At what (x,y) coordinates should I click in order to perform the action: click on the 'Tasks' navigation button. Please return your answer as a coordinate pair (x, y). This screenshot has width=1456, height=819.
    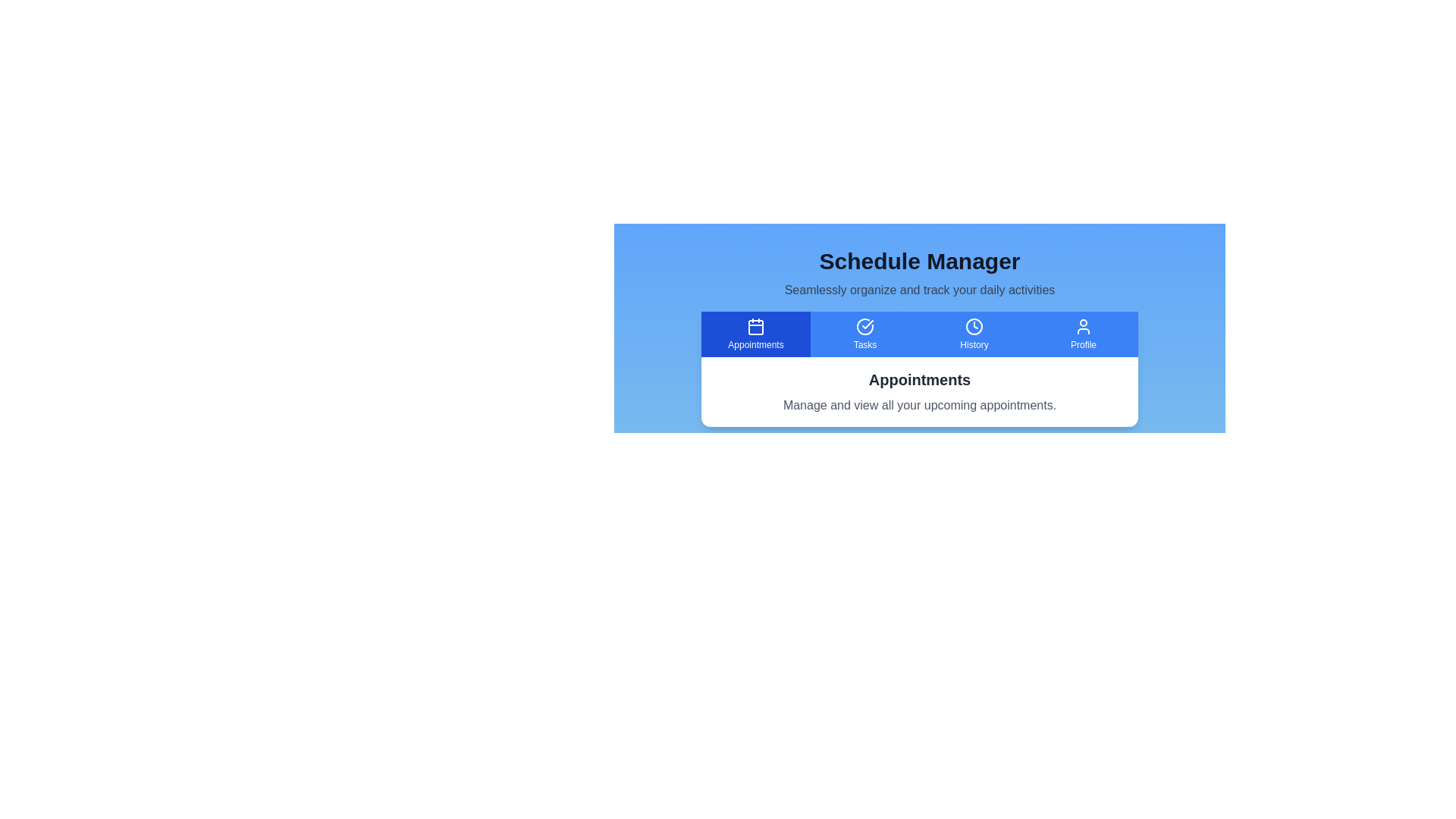
    Looking at the image, I should click on (865, 333).